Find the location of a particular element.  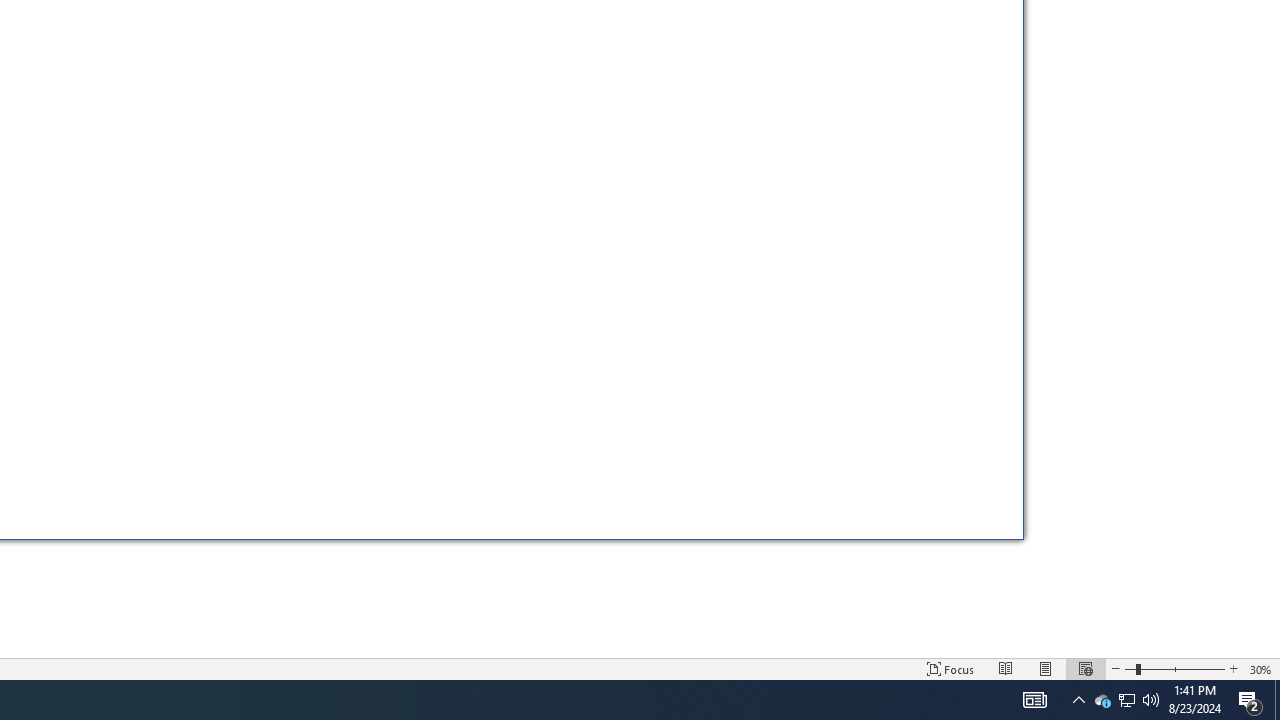

'Q2790: 100%' is located at coordinates (1127, 698).